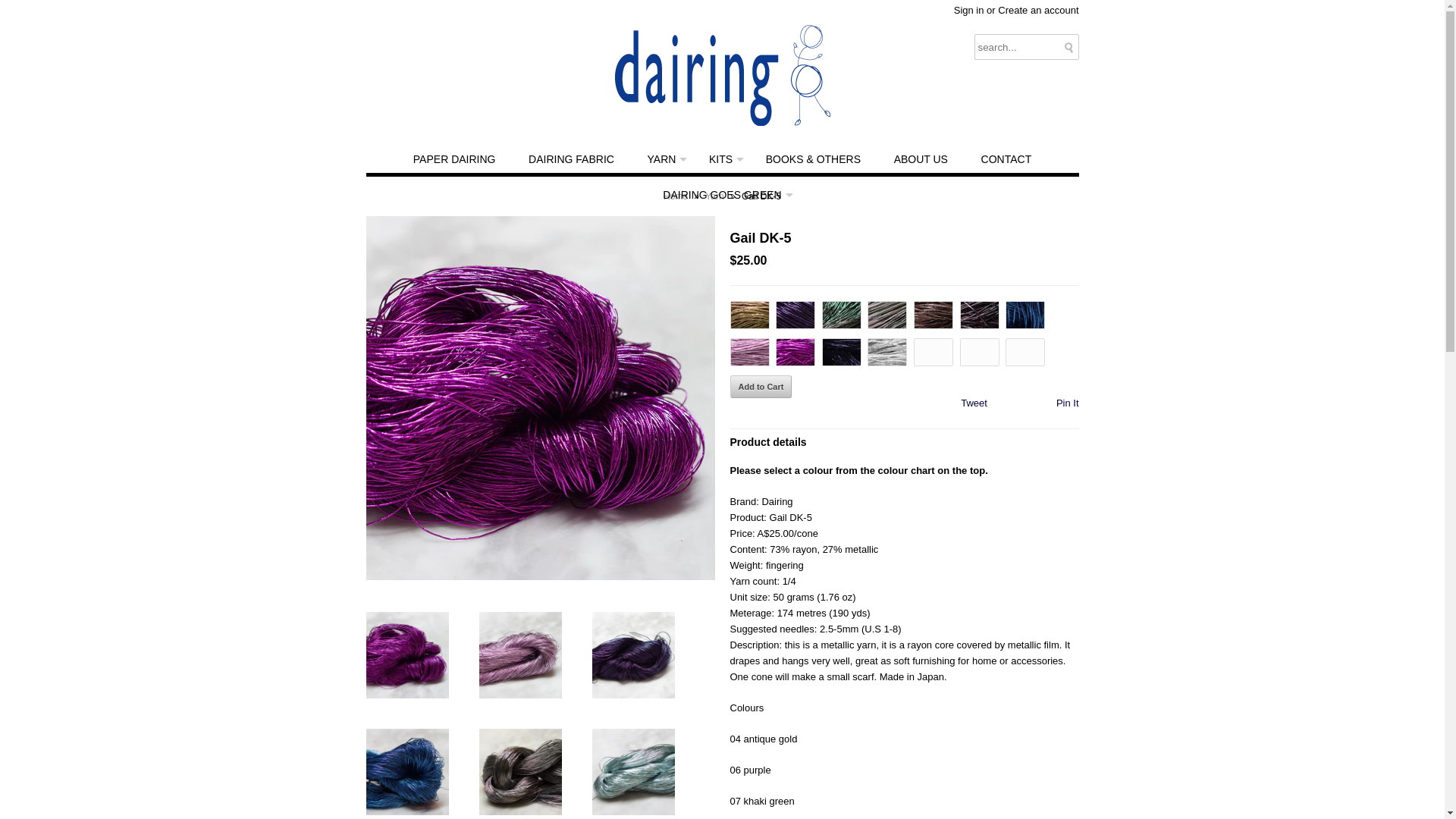 The height and width of the screenshot is (819, 1456). What do you see at coordinates (1066, 402) in the screenshot?
I see `'Pin It'` at bounding box center [1066, 402].